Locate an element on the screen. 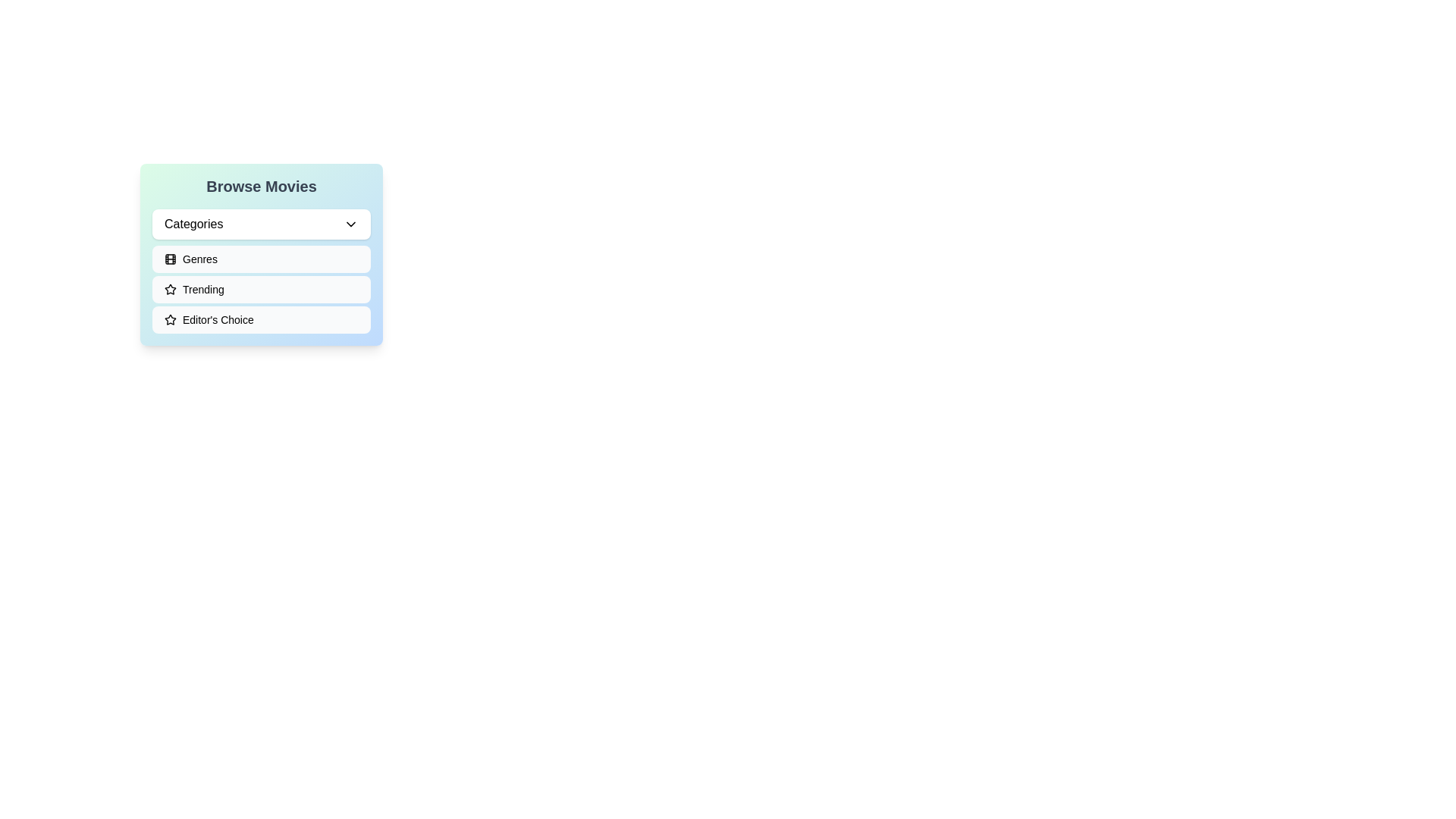  the star icon located to the left of the 'Trending' text in the 'Browse Movies' section is located at coordinates (171, 289).